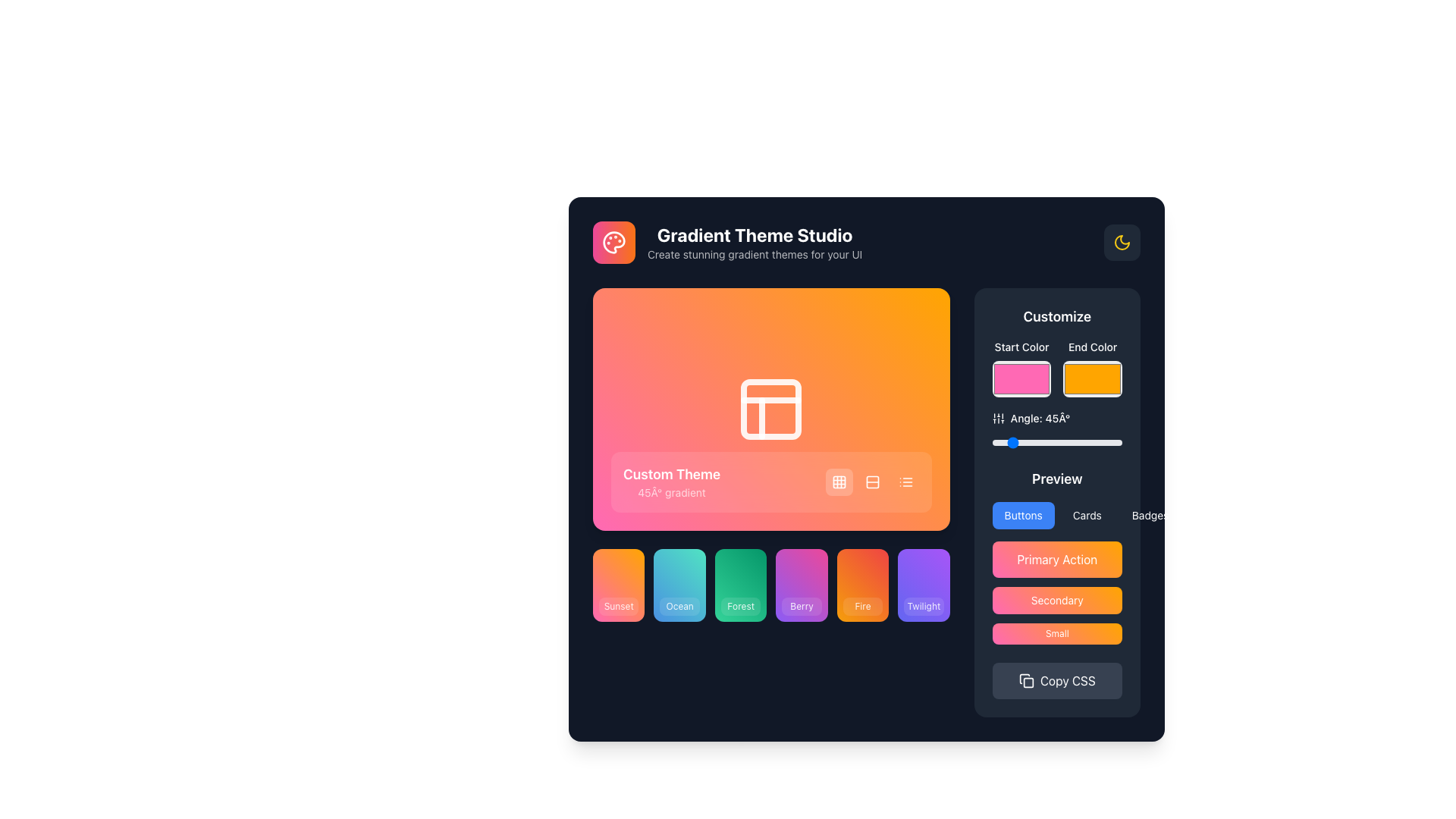 This screenshot has height=819, width=1456. Describe the element at coordinates (1056, 514) in the screenshot. I see `the 'Cards' button in the horizontal navigation segmented control` at that location.